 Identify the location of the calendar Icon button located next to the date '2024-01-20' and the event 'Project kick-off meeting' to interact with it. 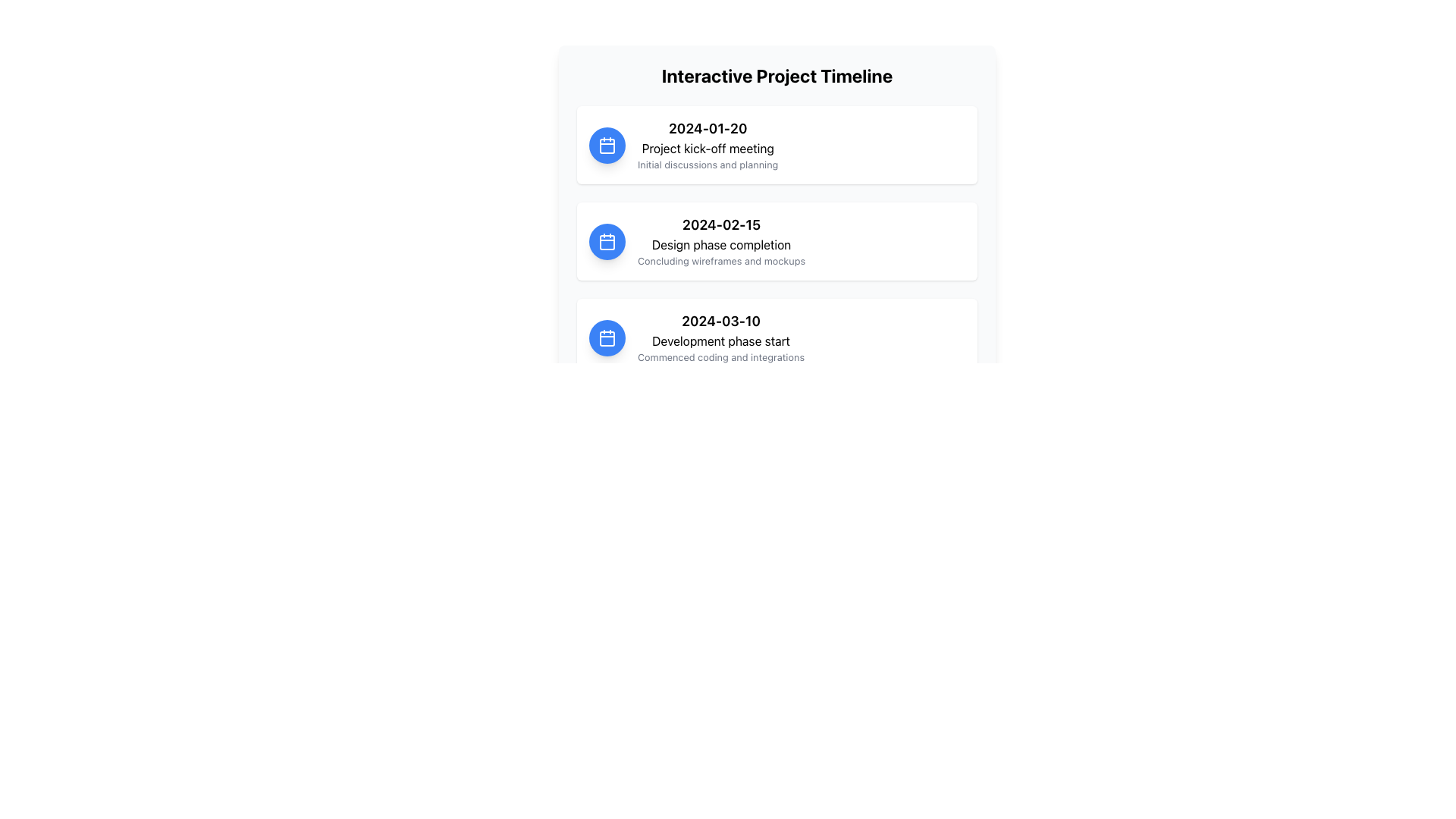
(607, 145).